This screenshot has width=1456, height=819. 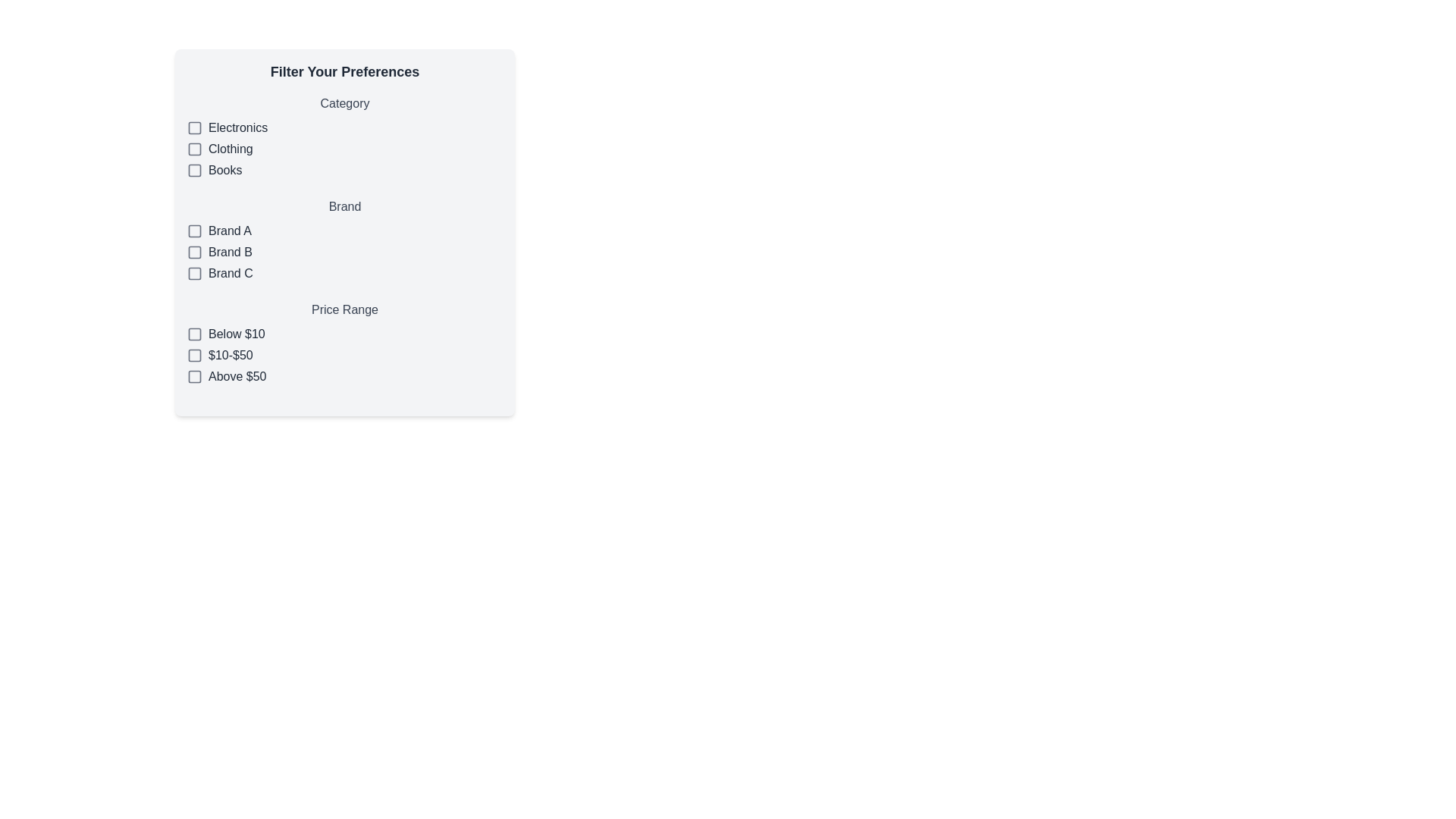 What do you see at coordinates (194, 170) in the screenshot?
I see `the third checkbox in the 'Filter Your Preferences' section under the 'Category' heading, which is aligned next to the label 'Books'` at bounding box center [194, 170].